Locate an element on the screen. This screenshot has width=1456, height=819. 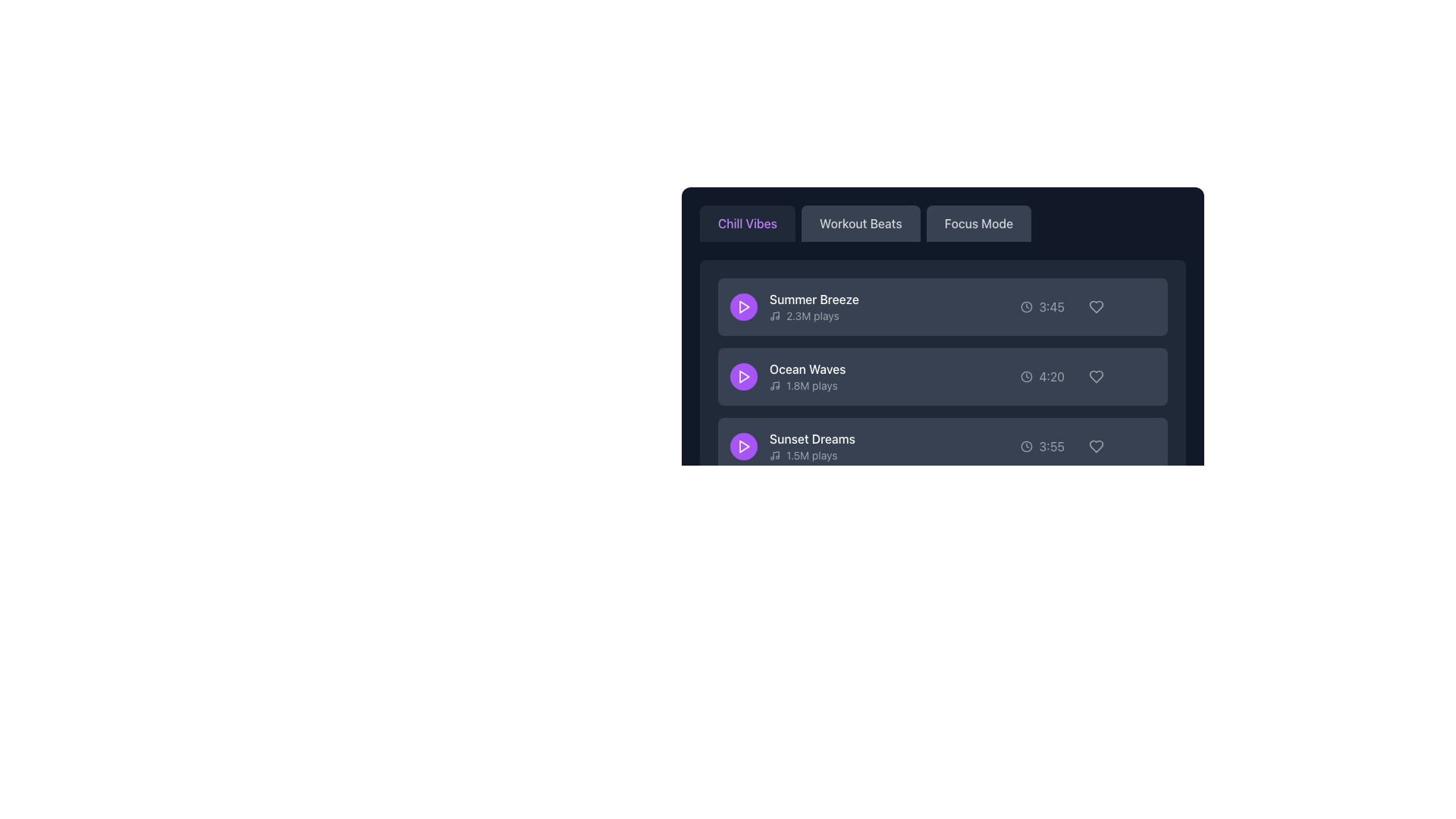
the text label displaying '2.3M plays' with a music note icon, located below 'Summer Breeze' and aligned with the play button is located at coordinates (813, 315).